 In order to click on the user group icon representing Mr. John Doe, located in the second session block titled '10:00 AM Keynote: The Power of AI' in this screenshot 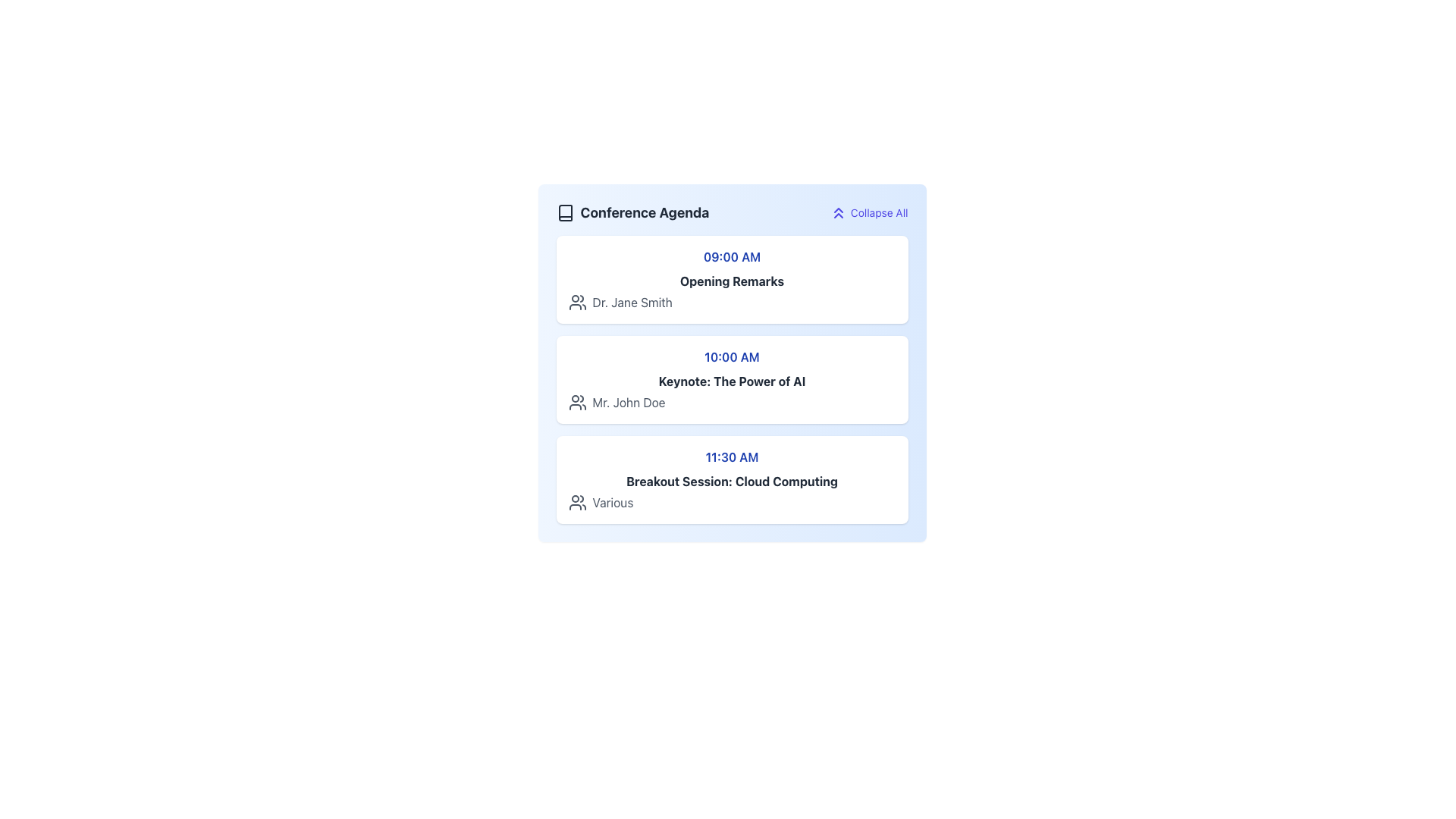, I will do `click(576, 402)`.